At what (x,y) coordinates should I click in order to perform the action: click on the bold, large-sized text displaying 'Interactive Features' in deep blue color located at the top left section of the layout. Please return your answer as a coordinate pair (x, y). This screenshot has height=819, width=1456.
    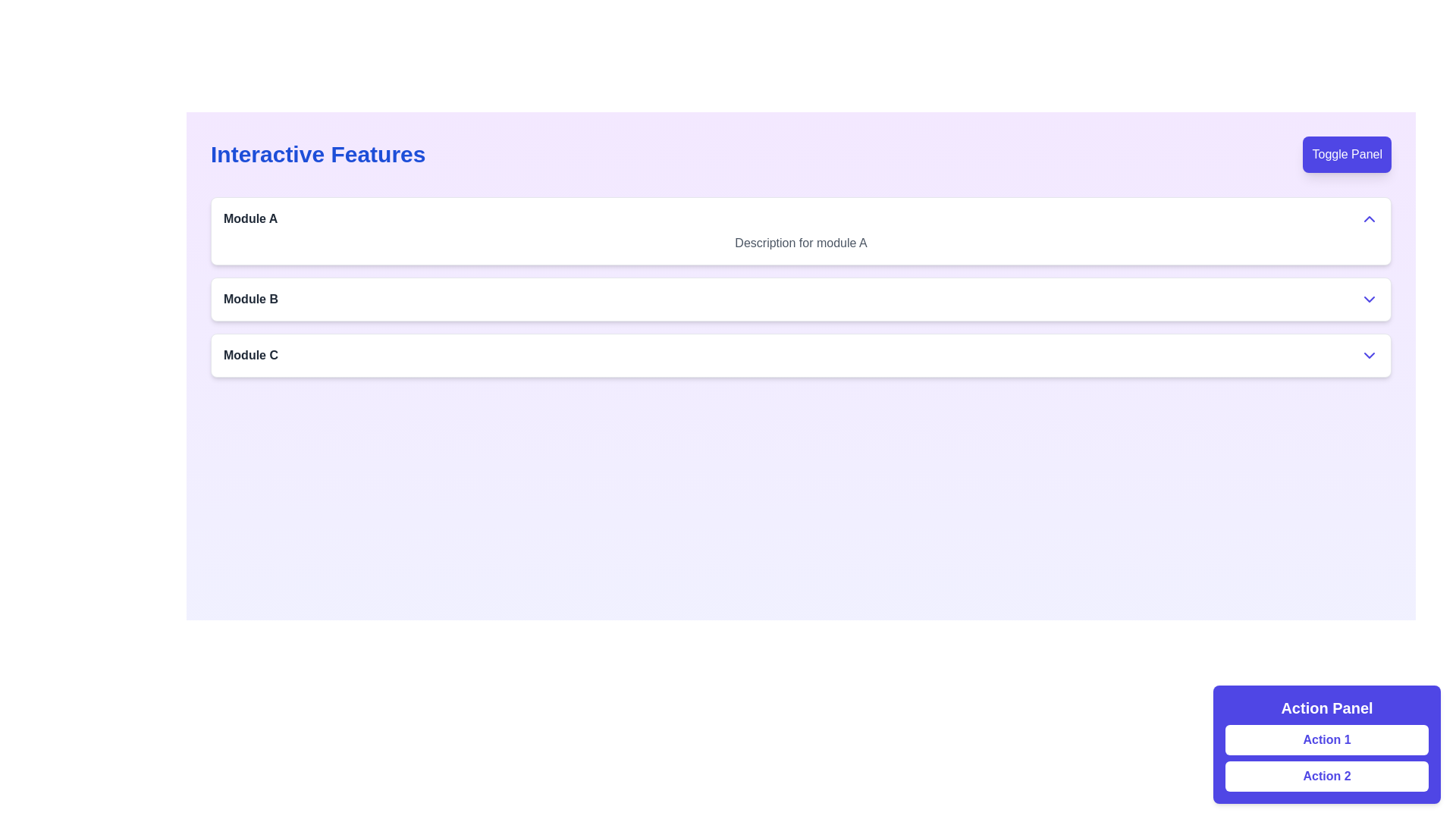
    Looking at the image, I should click on (317, 155).